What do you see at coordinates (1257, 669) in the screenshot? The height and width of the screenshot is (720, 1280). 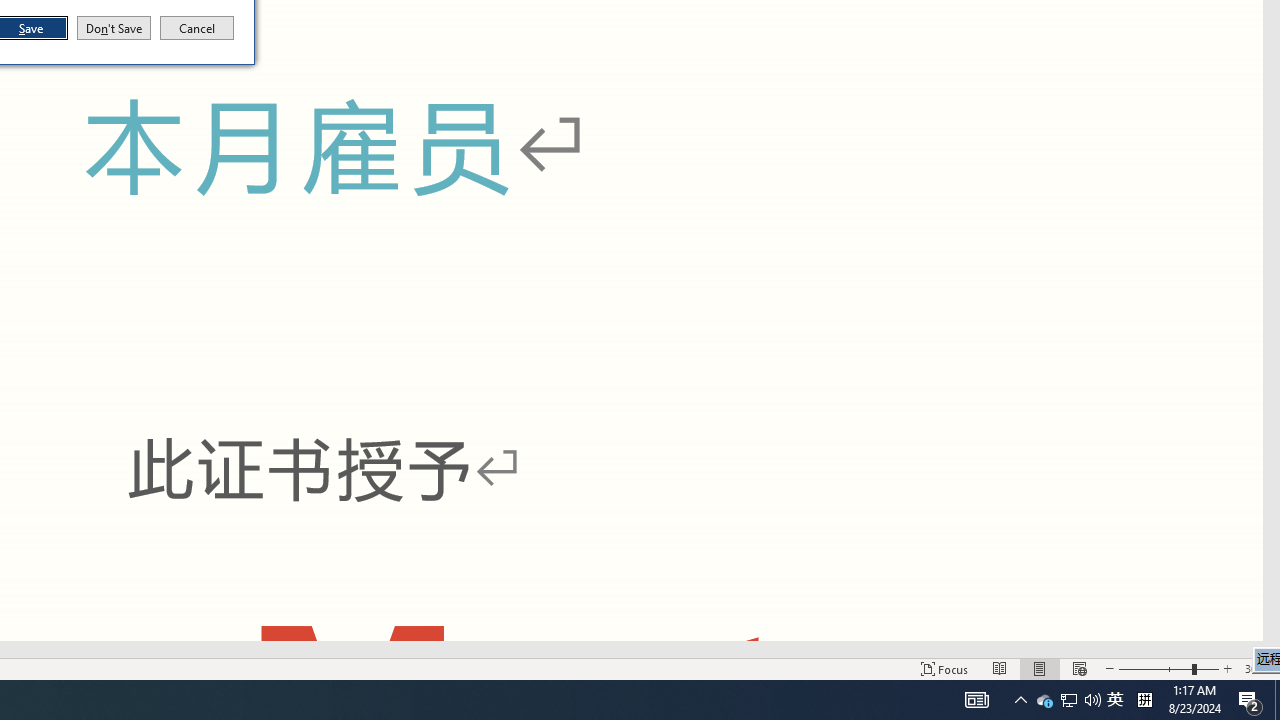 I see `'Zoom 308%'` at bounding box center [1257, 669].